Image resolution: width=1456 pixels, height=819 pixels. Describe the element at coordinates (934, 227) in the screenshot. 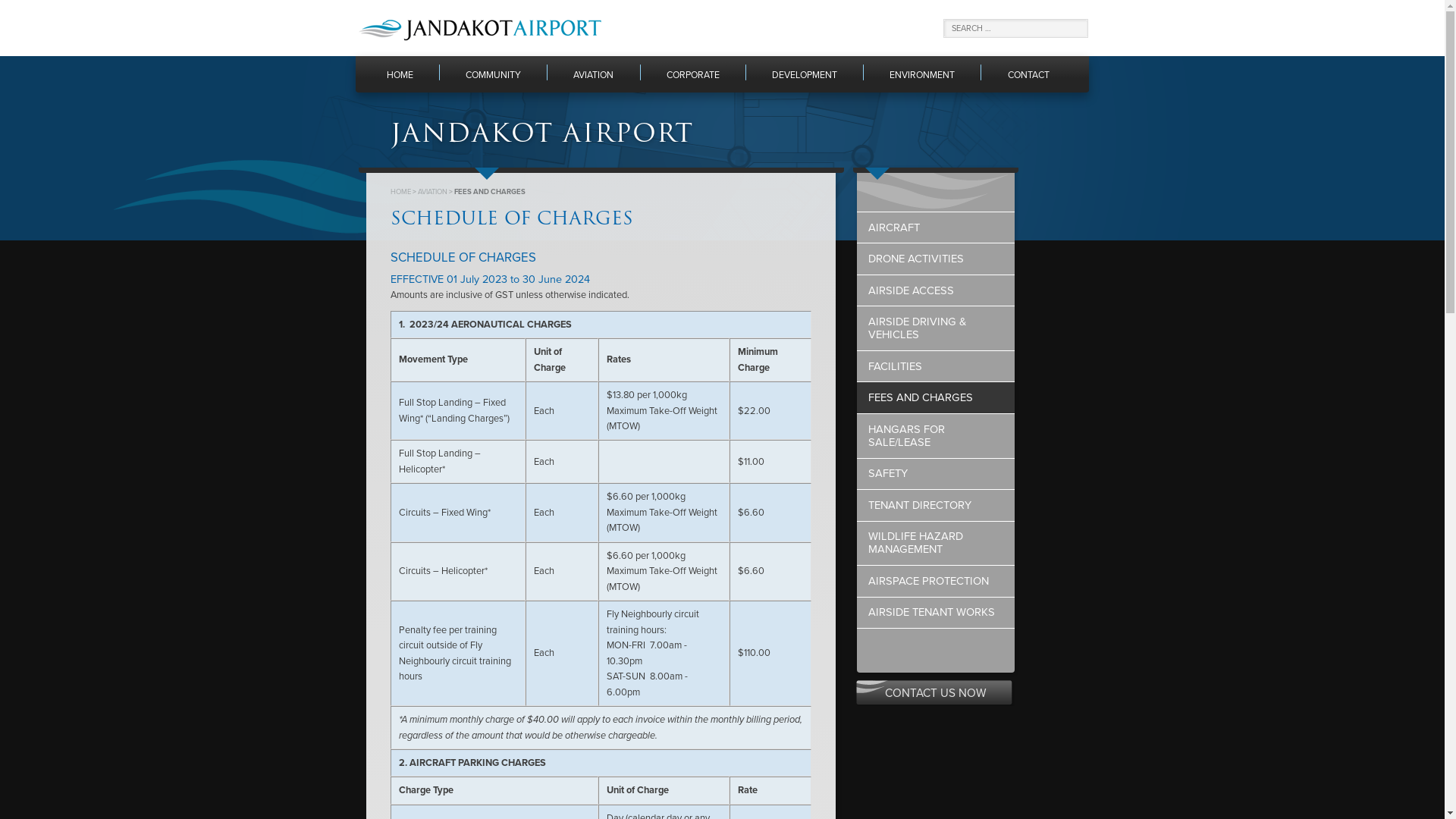

I see `'AIRCRAFT'` at that location.